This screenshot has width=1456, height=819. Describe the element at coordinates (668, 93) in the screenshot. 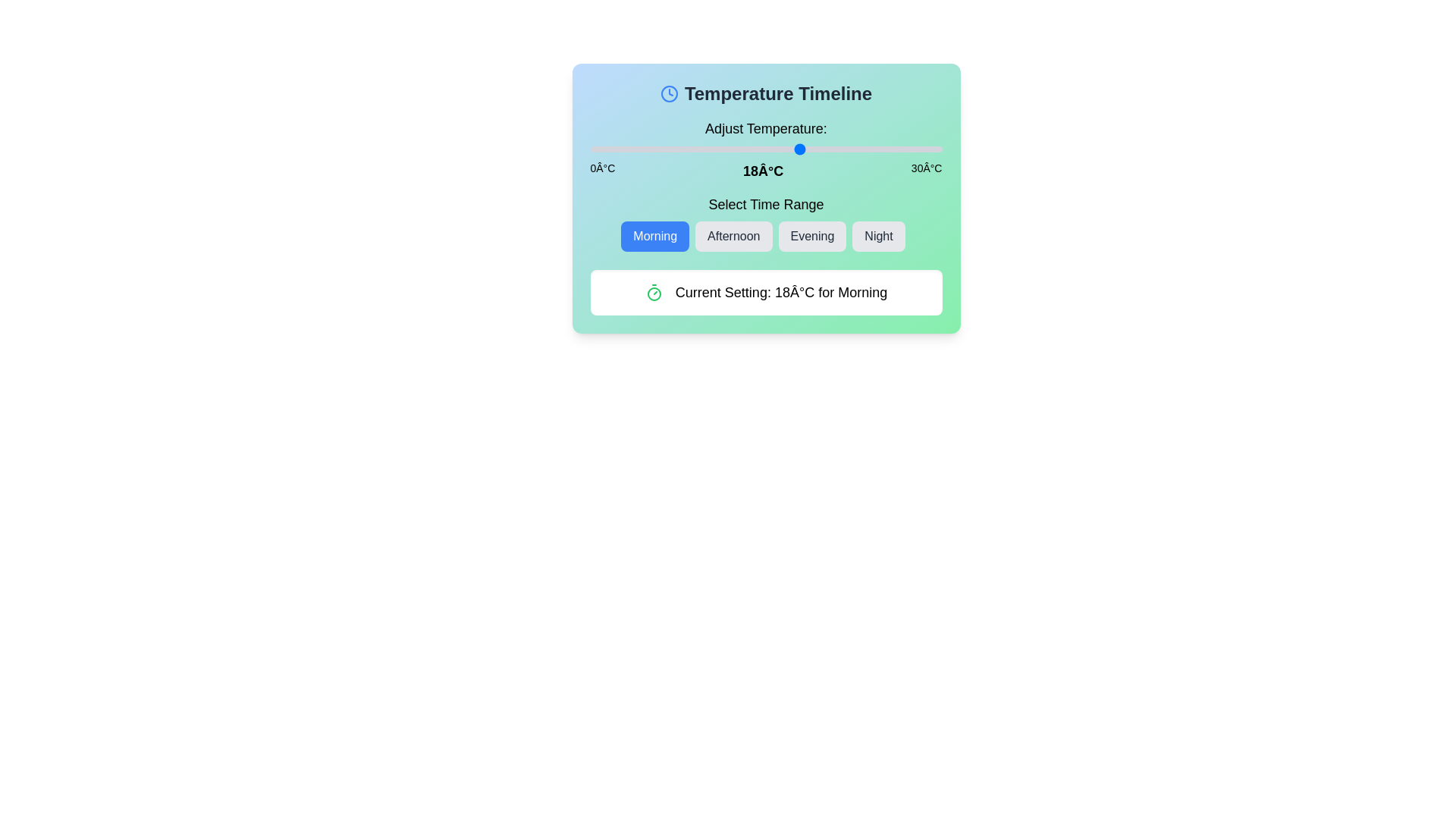

I see `the Clock icon (Clock or Timer) to trigger its associated action` at that location.